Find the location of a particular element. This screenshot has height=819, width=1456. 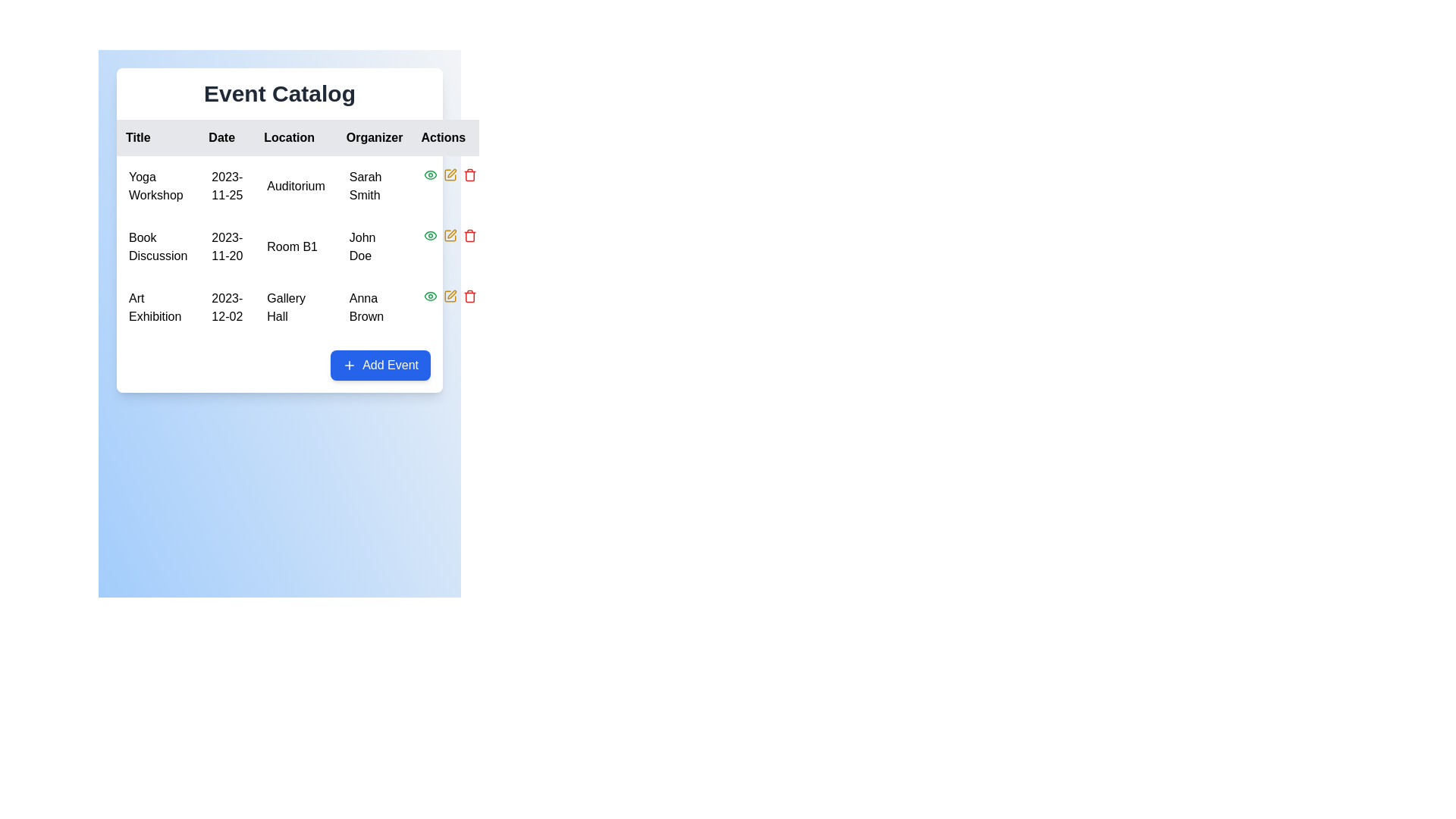

the first row of the event table displaying 'Yoga Workshop', '2023-11-25', 'Auditorium', and 'Sarah Smith' is located at coordinates (303, 186).